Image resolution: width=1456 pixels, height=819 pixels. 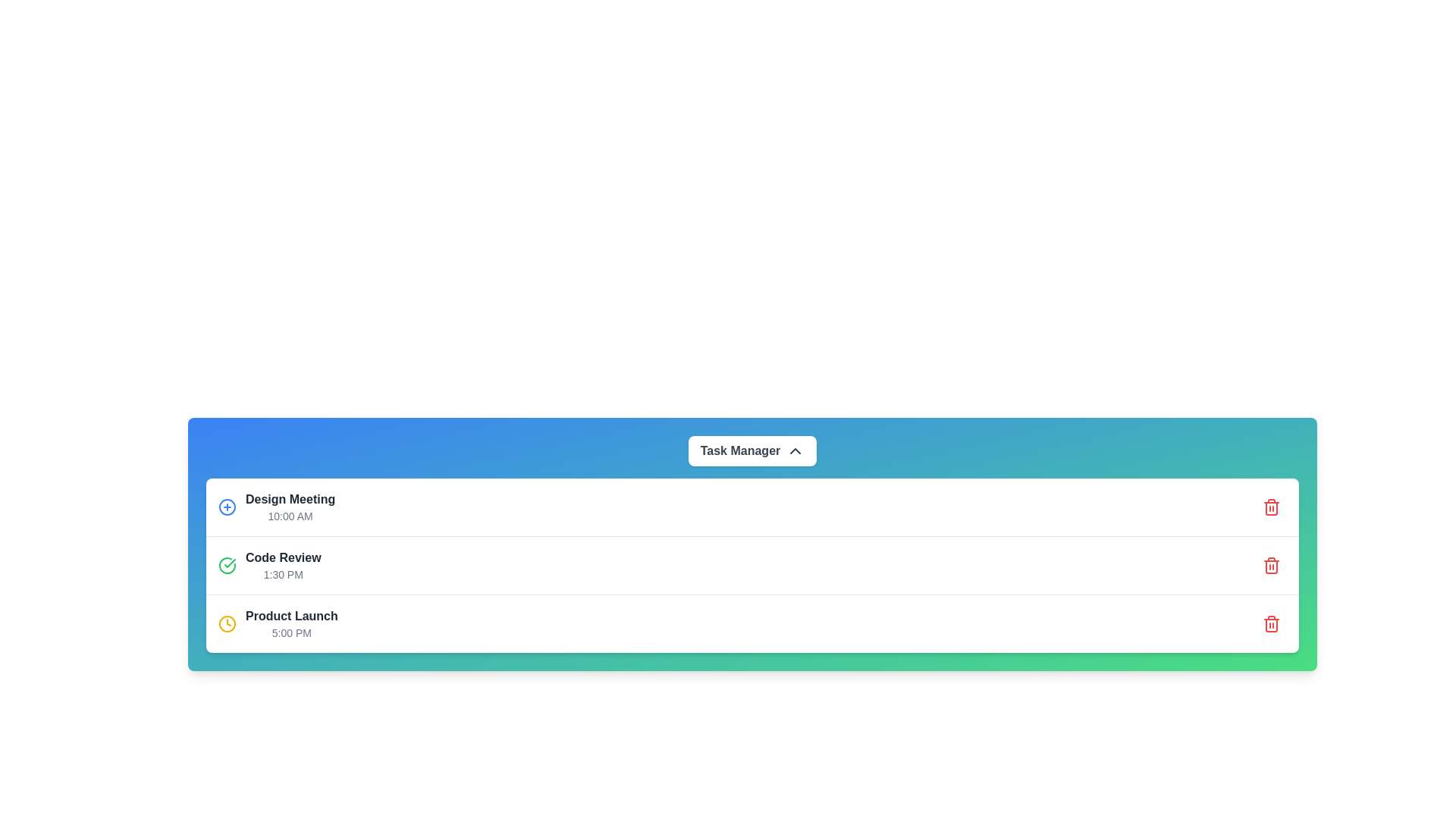 I want to click on the 'Product Launch' text label, which displays the title in bold black font and the time '5:00 PM' in smaller gray font, located as the last item in the Task Manager list, so click(x=291, y=623).